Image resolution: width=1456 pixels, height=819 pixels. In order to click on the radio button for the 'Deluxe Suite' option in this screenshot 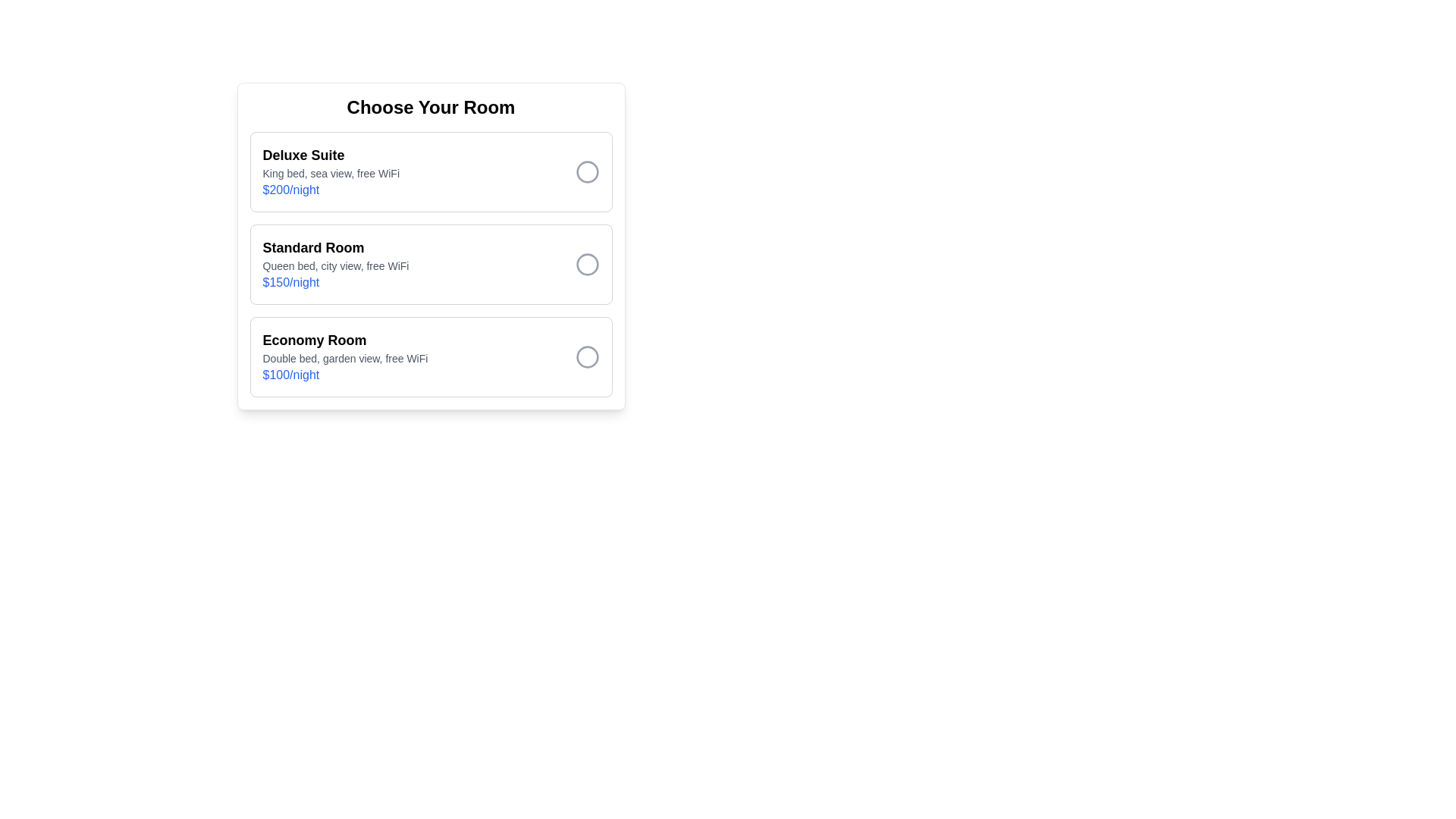, I will do `click(586, 171)`.